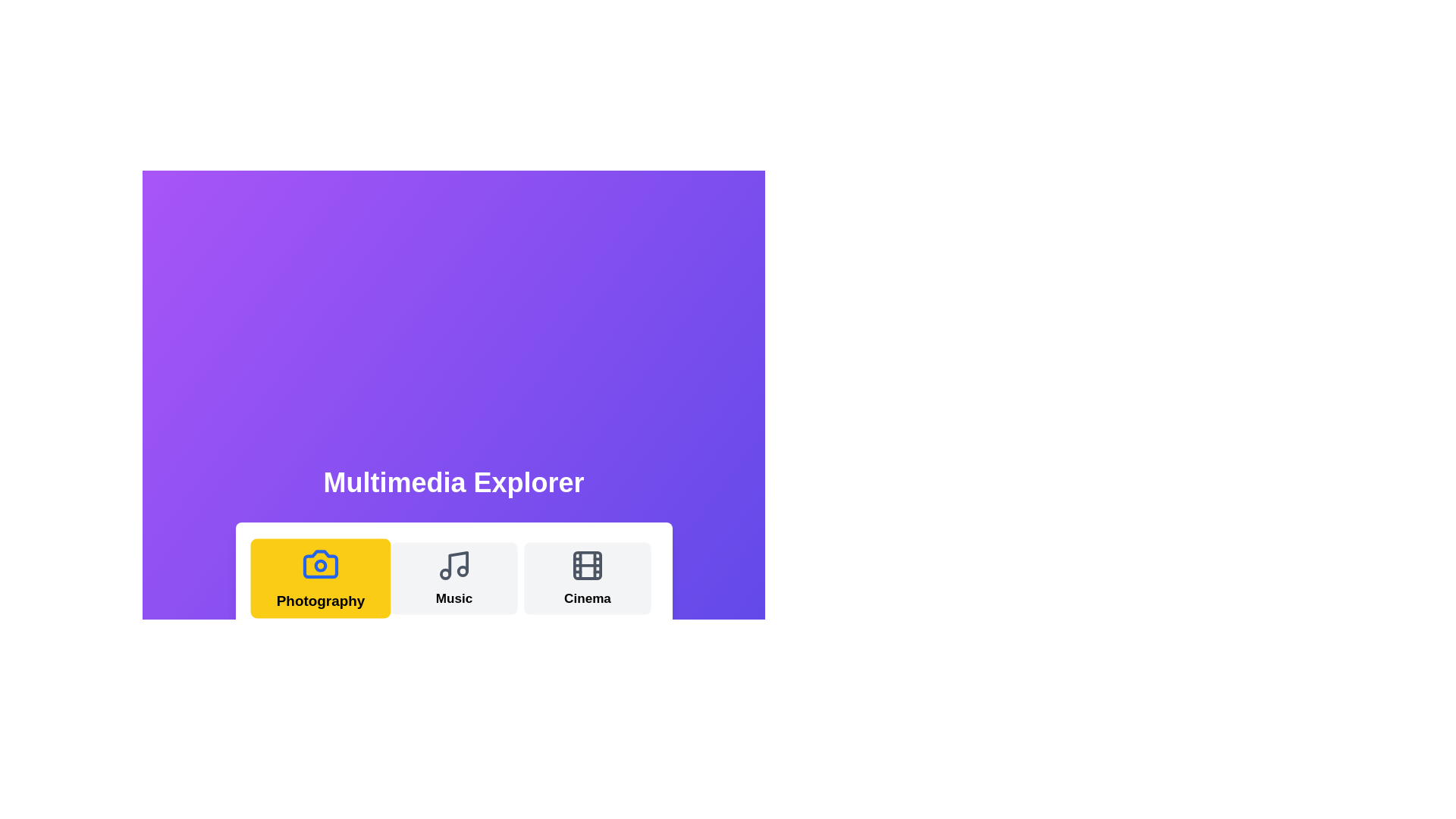 The width and height of the screenshot is (1456, 819). Describe the element at coordinates (453, 579) in the screenshot. I see `the button corresponding to the category Music` at that location.